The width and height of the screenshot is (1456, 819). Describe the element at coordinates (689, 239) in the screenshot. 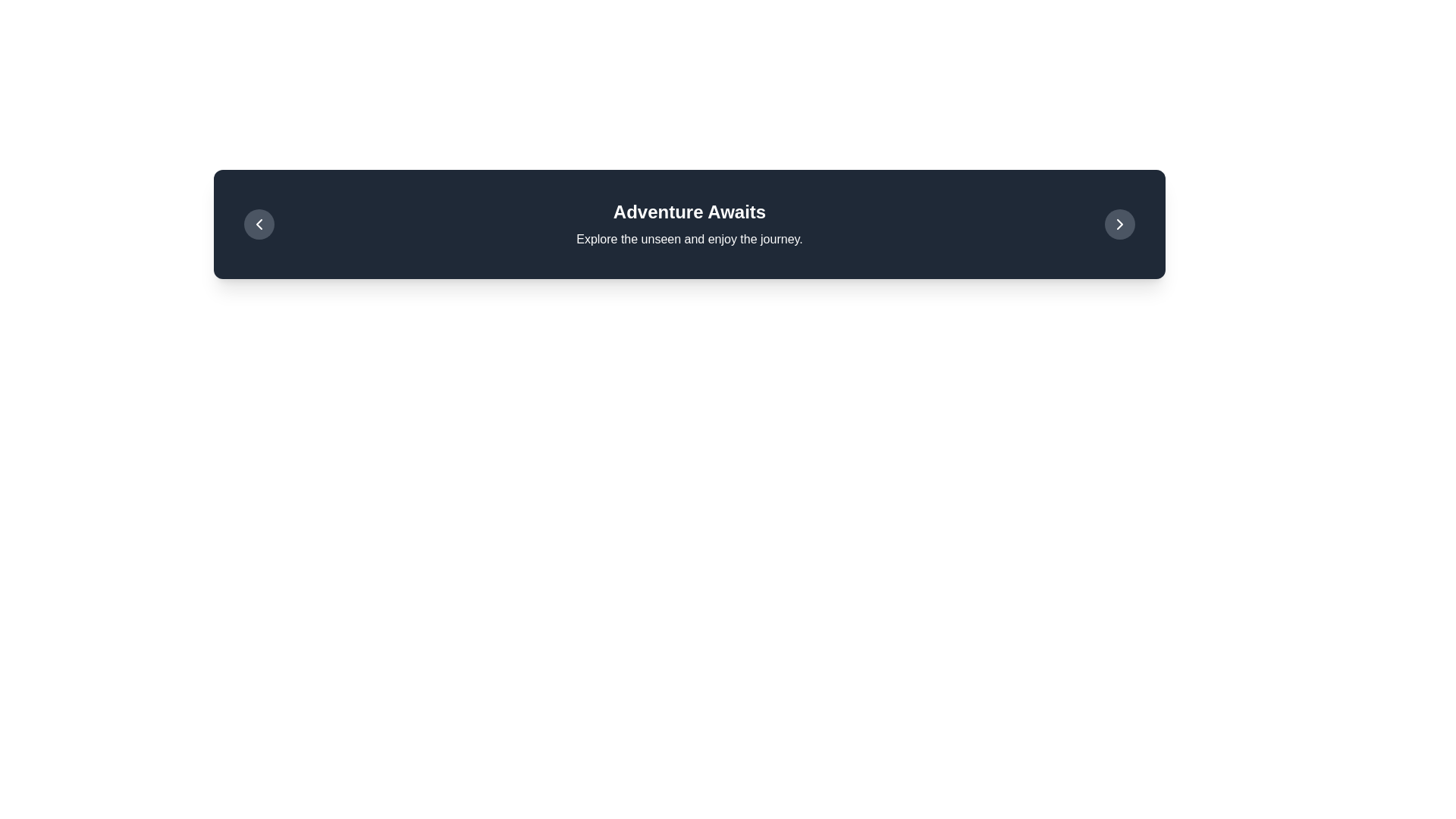

I see `the Text Display element located below the 'Adventure Awaits' heading, which presents descriptive text in a dark blue bar` at that location.